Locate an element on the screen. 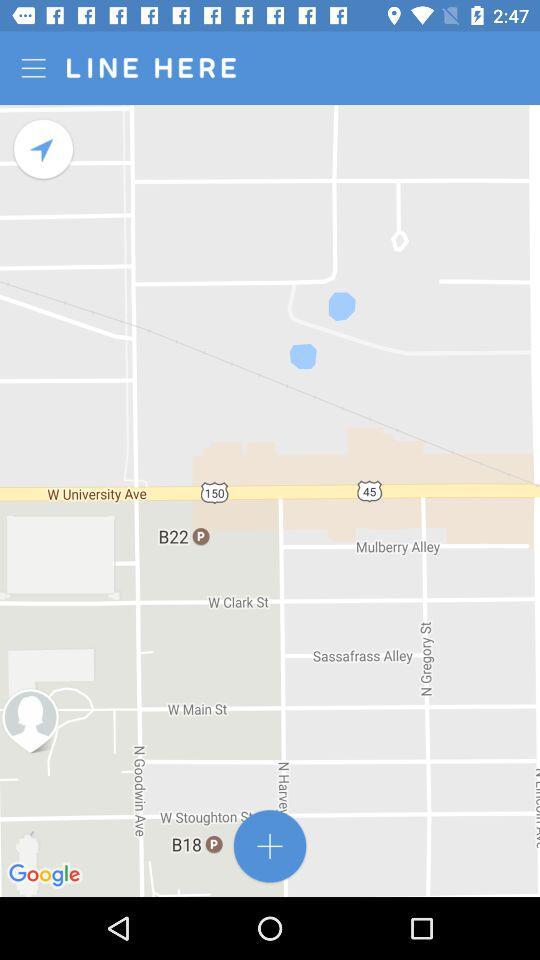 The height and width of the screenshot is (960, 540). app online is located at coordinates (270, 846).